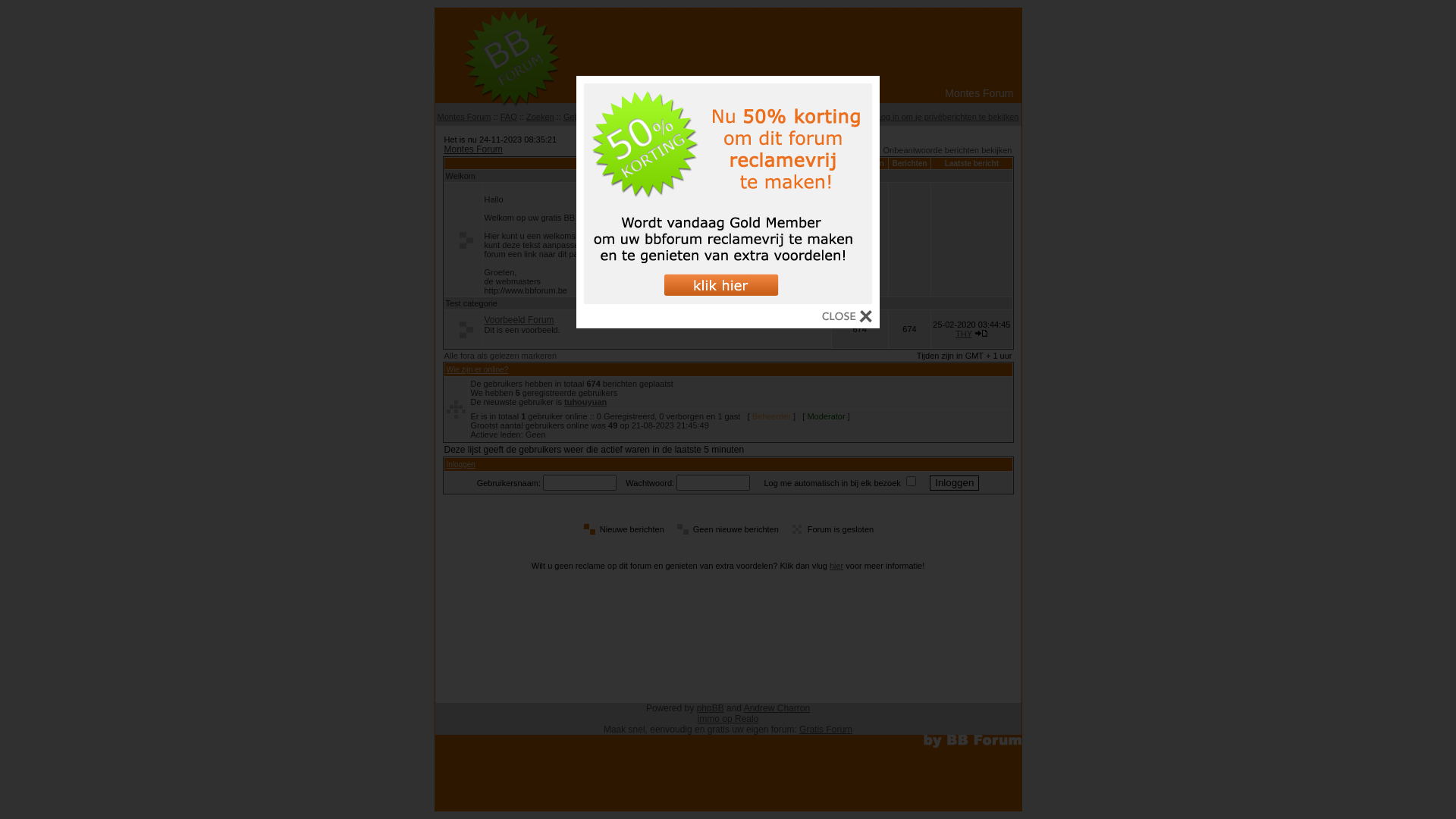  What do you see at coordinates (500, 356) in the screenshot?
I see `'Alle fora als gelezen markeren'` at bounding box center [500, 356].